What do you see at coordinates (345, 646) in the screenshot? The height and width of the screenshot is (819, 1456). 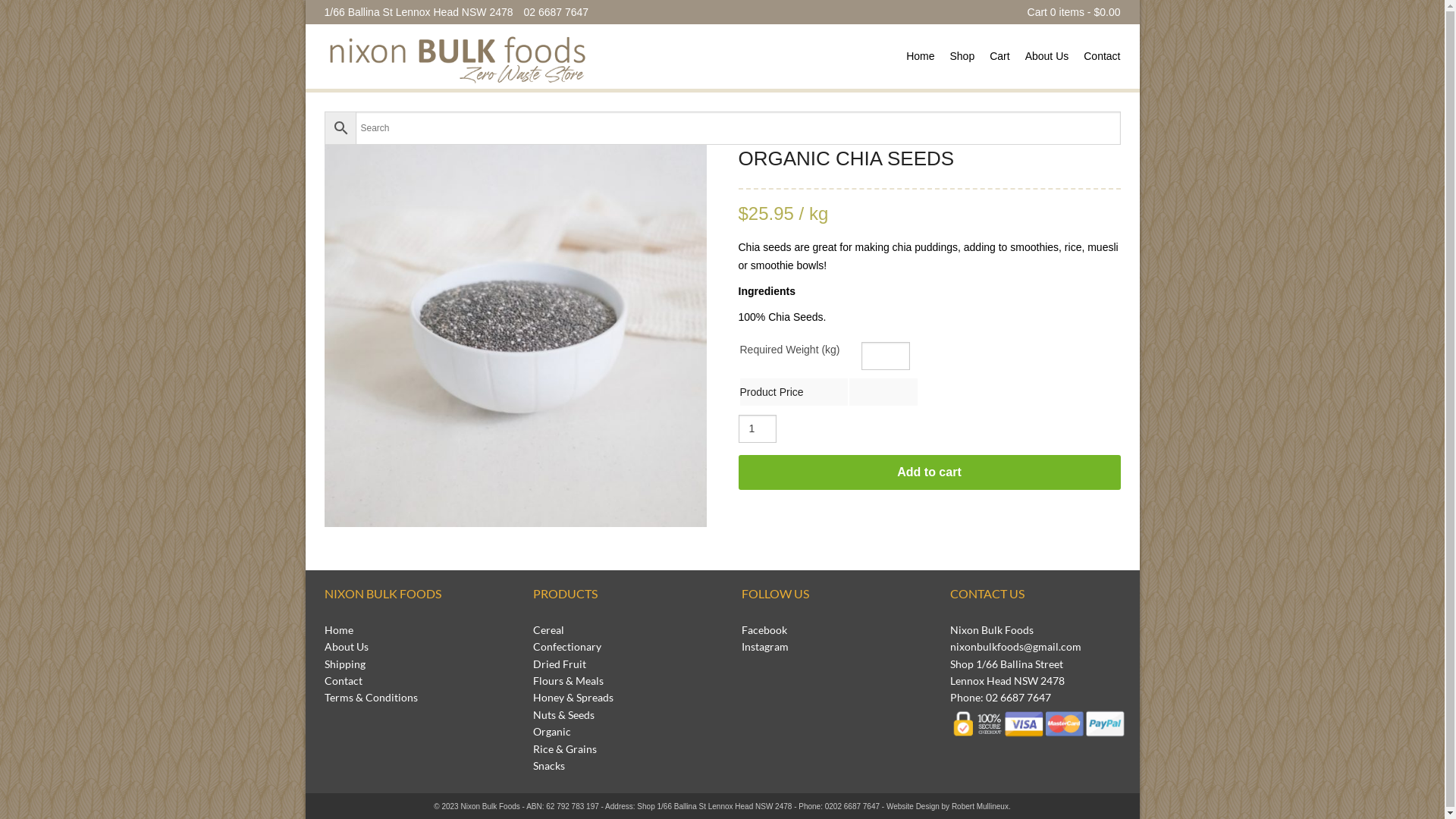 I see `'About Us'` at bounding box center [345, 646].